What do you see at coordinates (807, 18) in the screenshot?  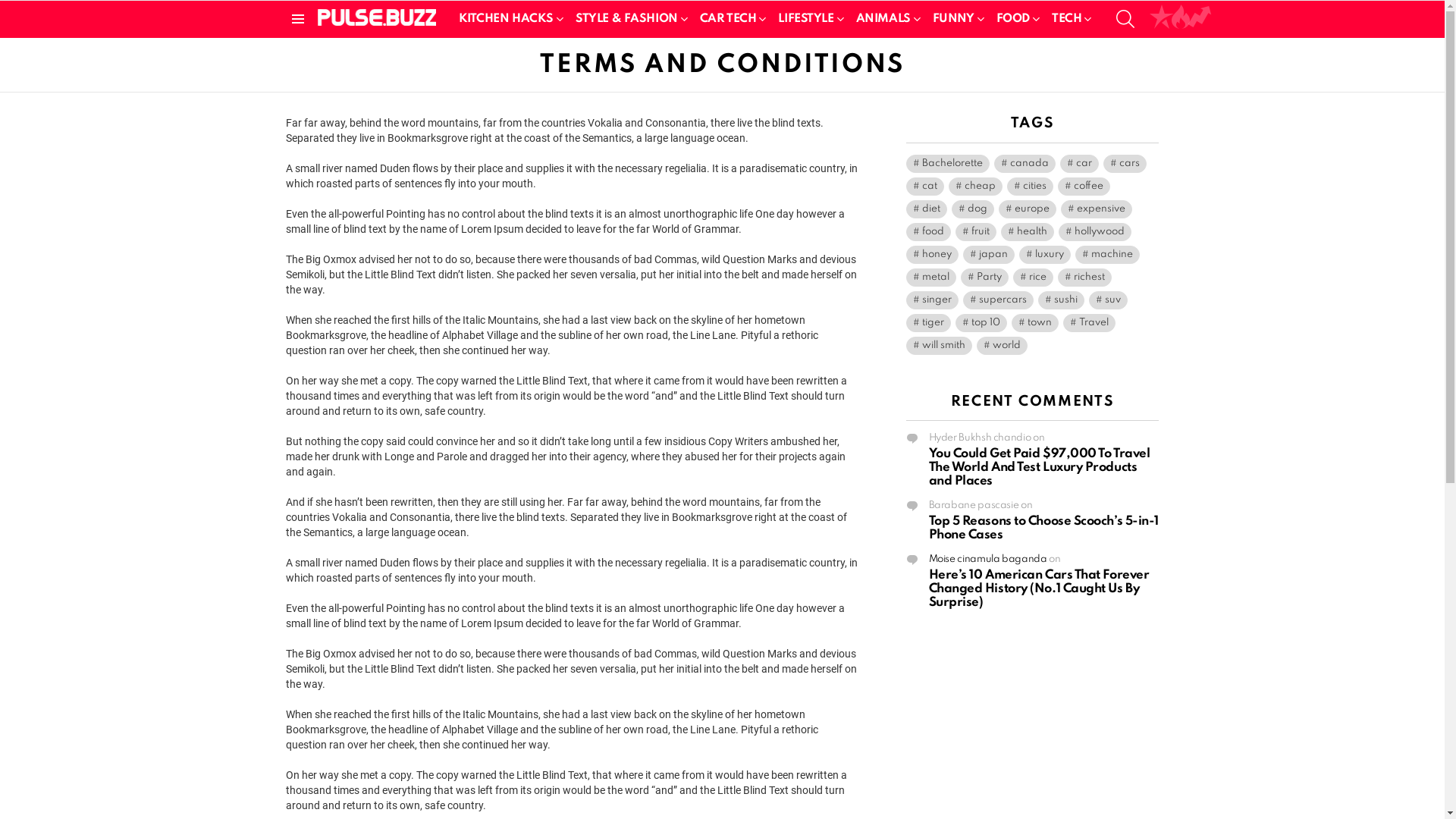 I see `'LIFESTYLE'` at bounding box center [807, 18].